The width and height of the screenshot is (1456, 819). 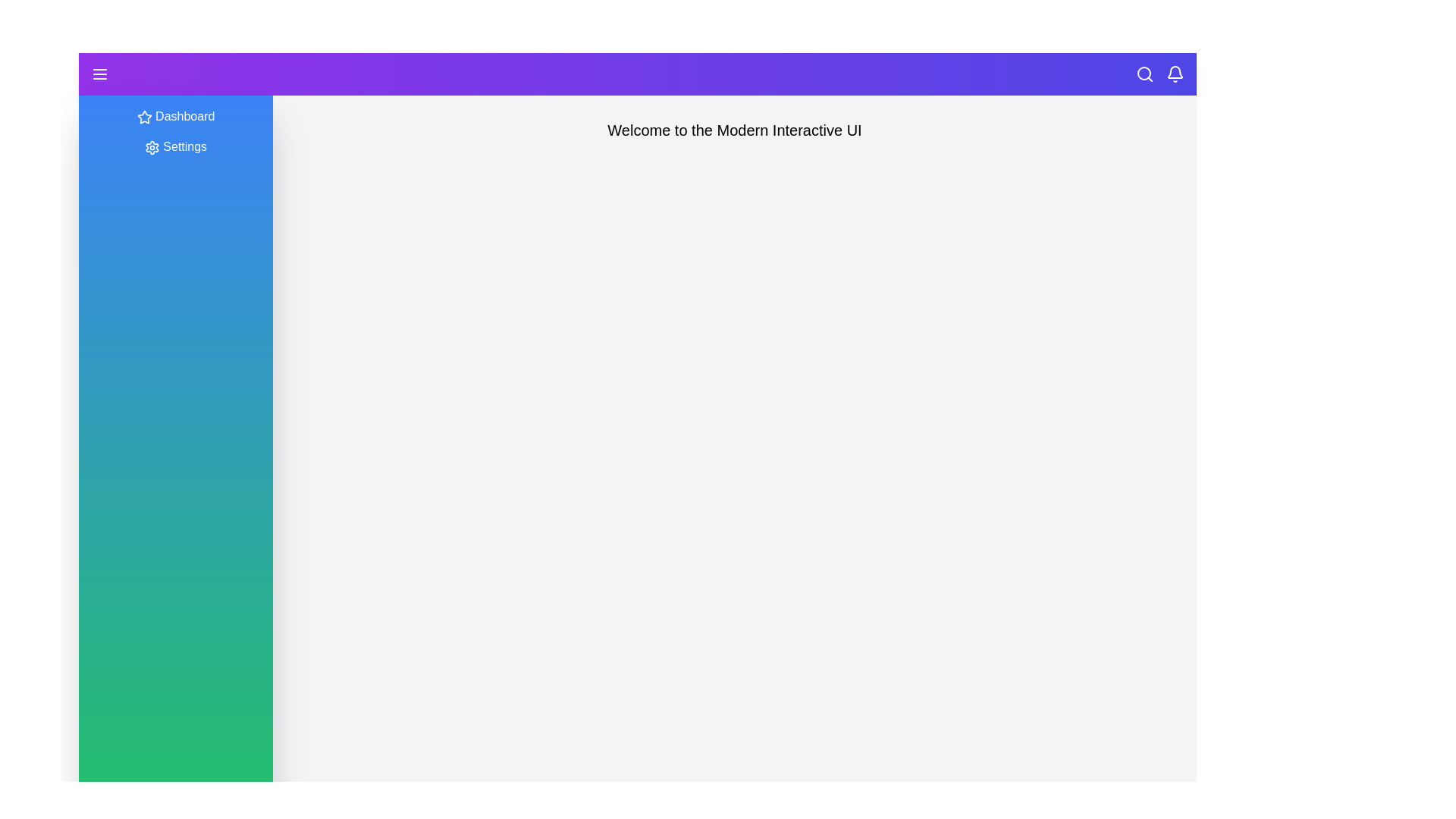 I want to click on the search icon in the header, so click(x=1145, y=74).